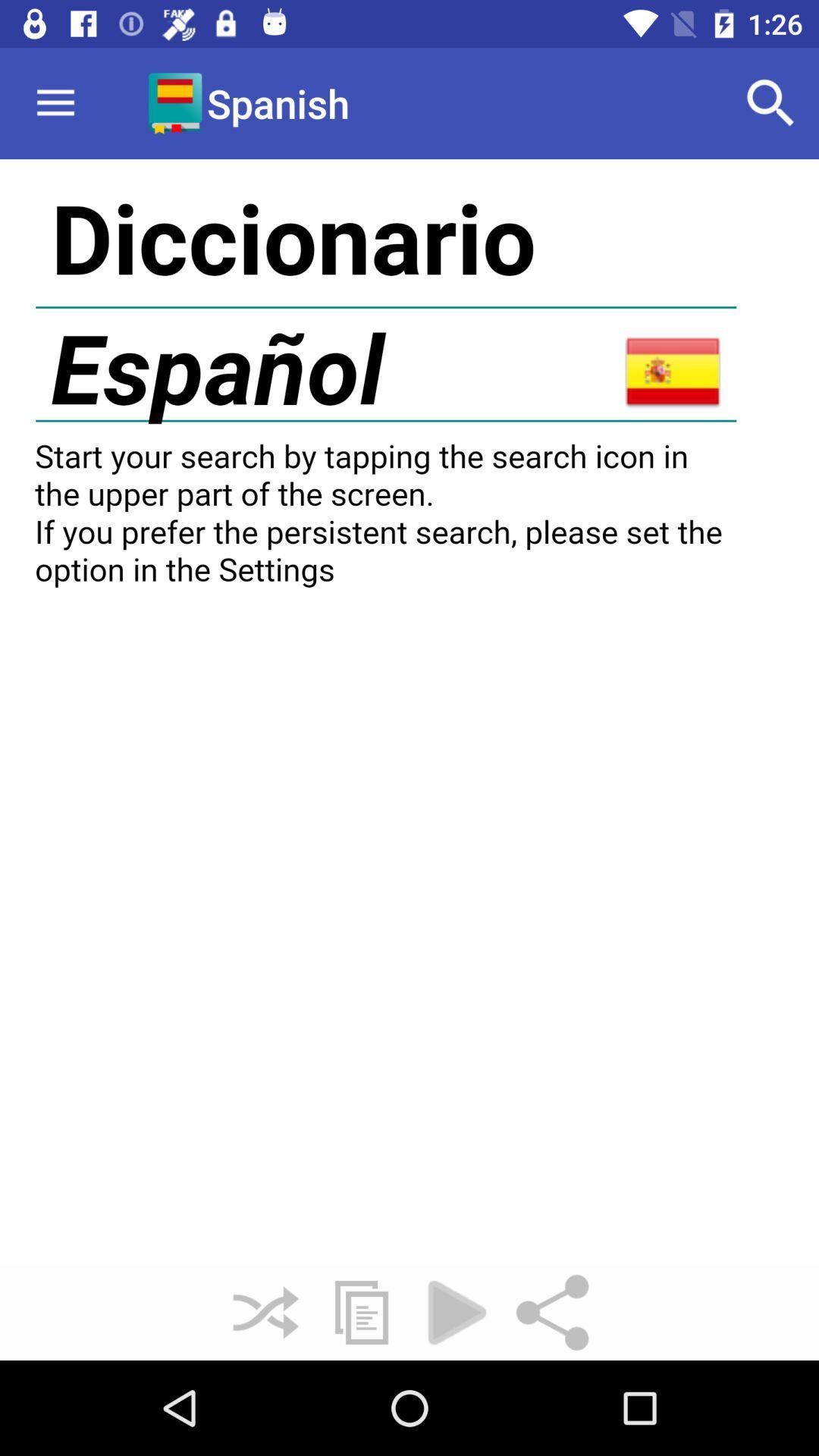  What do you see at coordinates (553, 1312) in the screenshot?
I see `the share icon` at bounding box center [553, 1312].